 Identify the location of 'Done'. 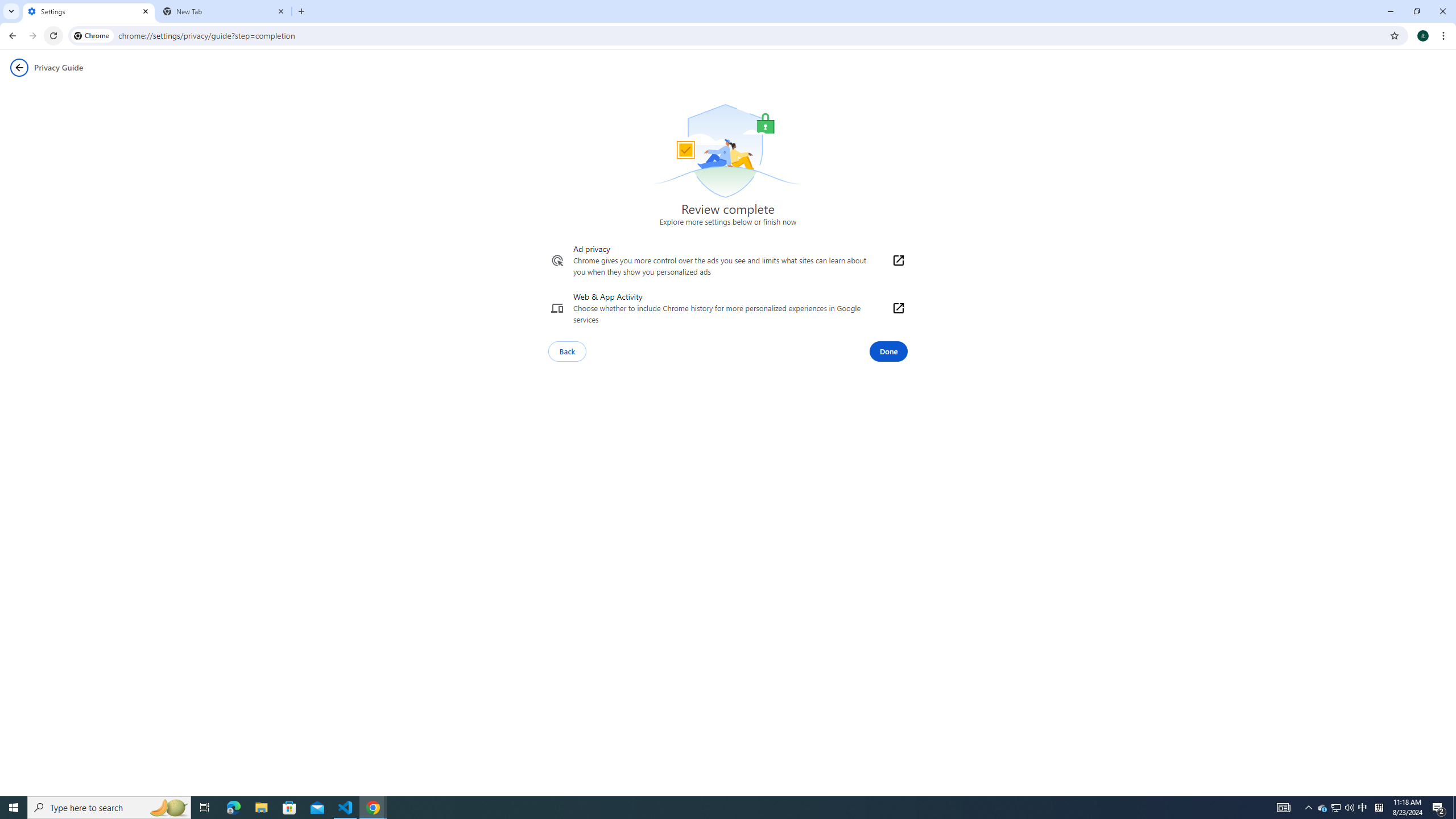
(888, 351).